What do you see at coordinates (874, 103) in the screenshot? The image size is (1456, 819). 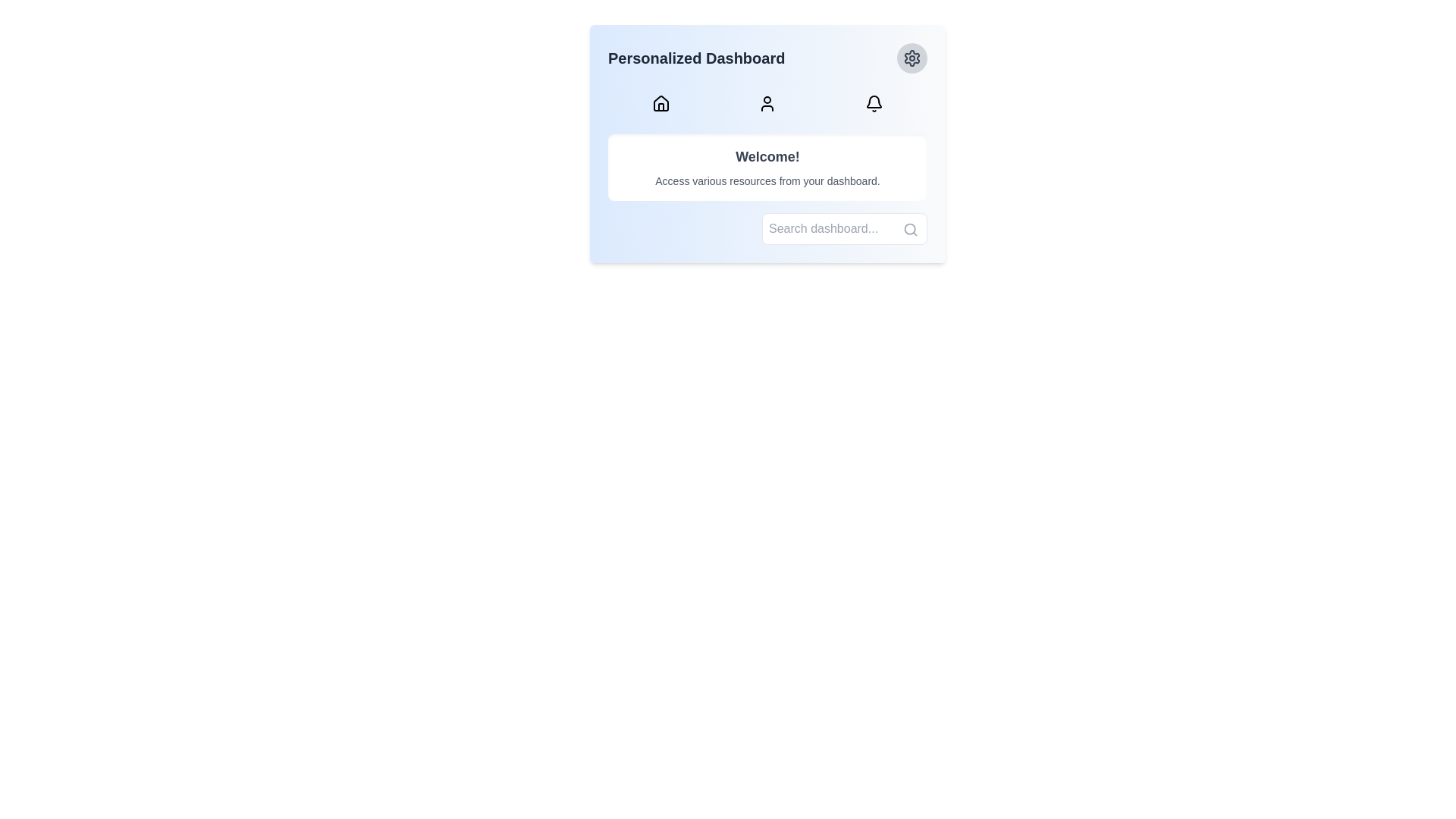 I see `the notification bell icon, which is the third interactive icon in the group on the 'Personalized Dashboard'` at bounding box center [874, 103].